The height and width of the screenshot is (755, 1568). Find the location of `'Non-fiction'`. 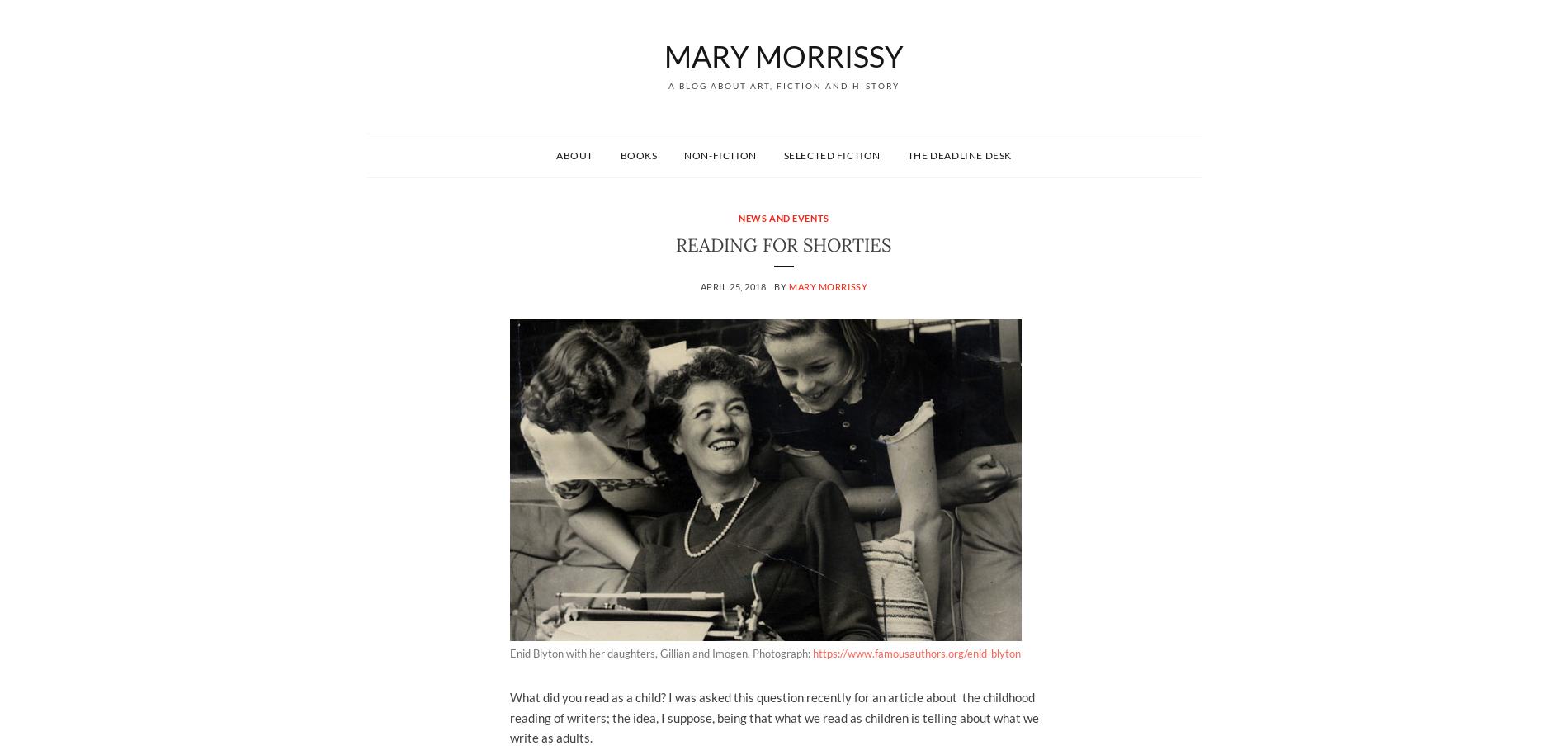

'Non-fiction' is located at coordinates (682, 154).